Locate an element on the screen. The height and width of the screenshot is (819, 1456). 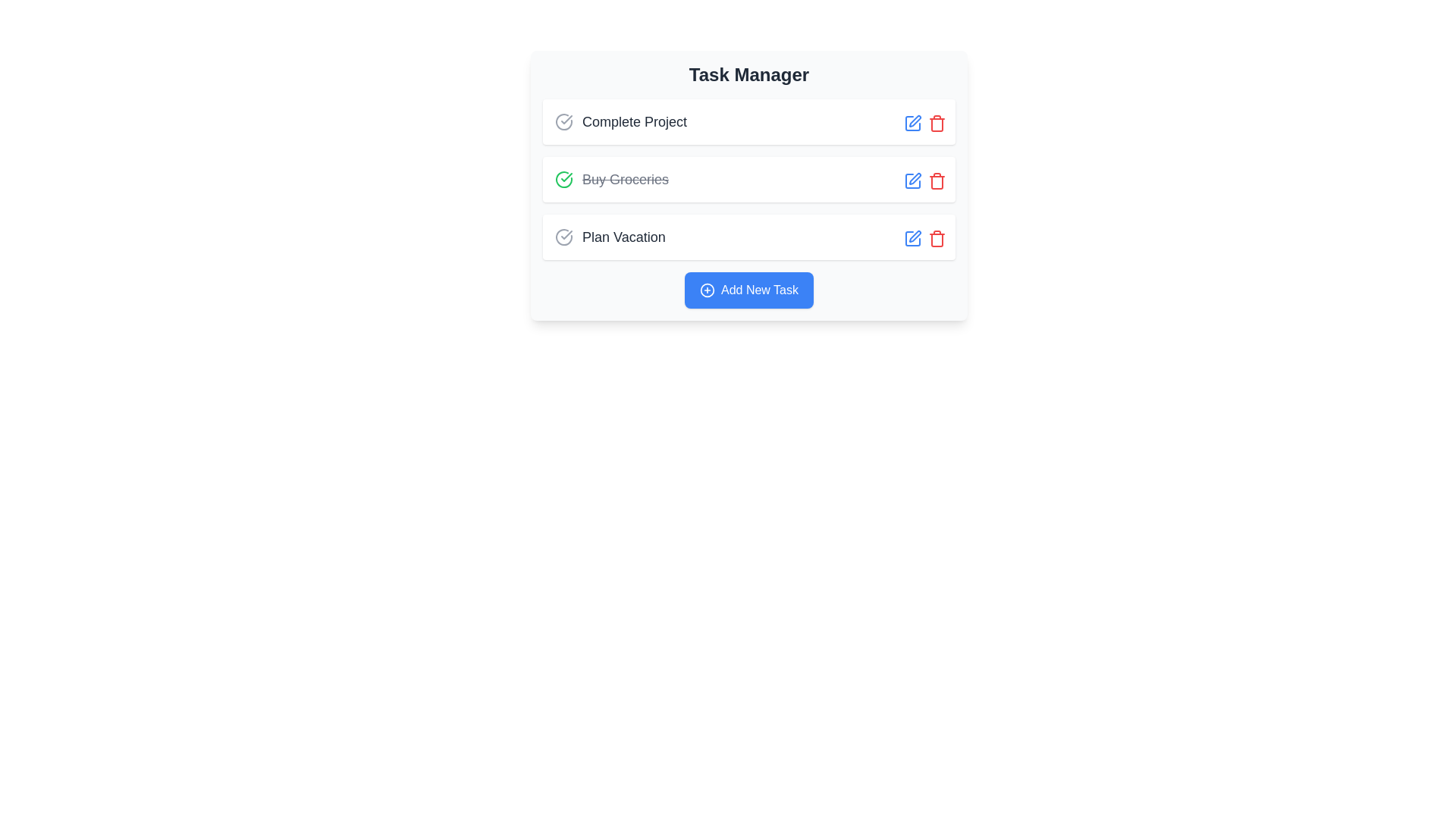
the 'Complete Project' label, which is a bold, medium-sized text in dark gray on a white background, representing the title of the topmost task in the task list is located at coordinates (635, 121).